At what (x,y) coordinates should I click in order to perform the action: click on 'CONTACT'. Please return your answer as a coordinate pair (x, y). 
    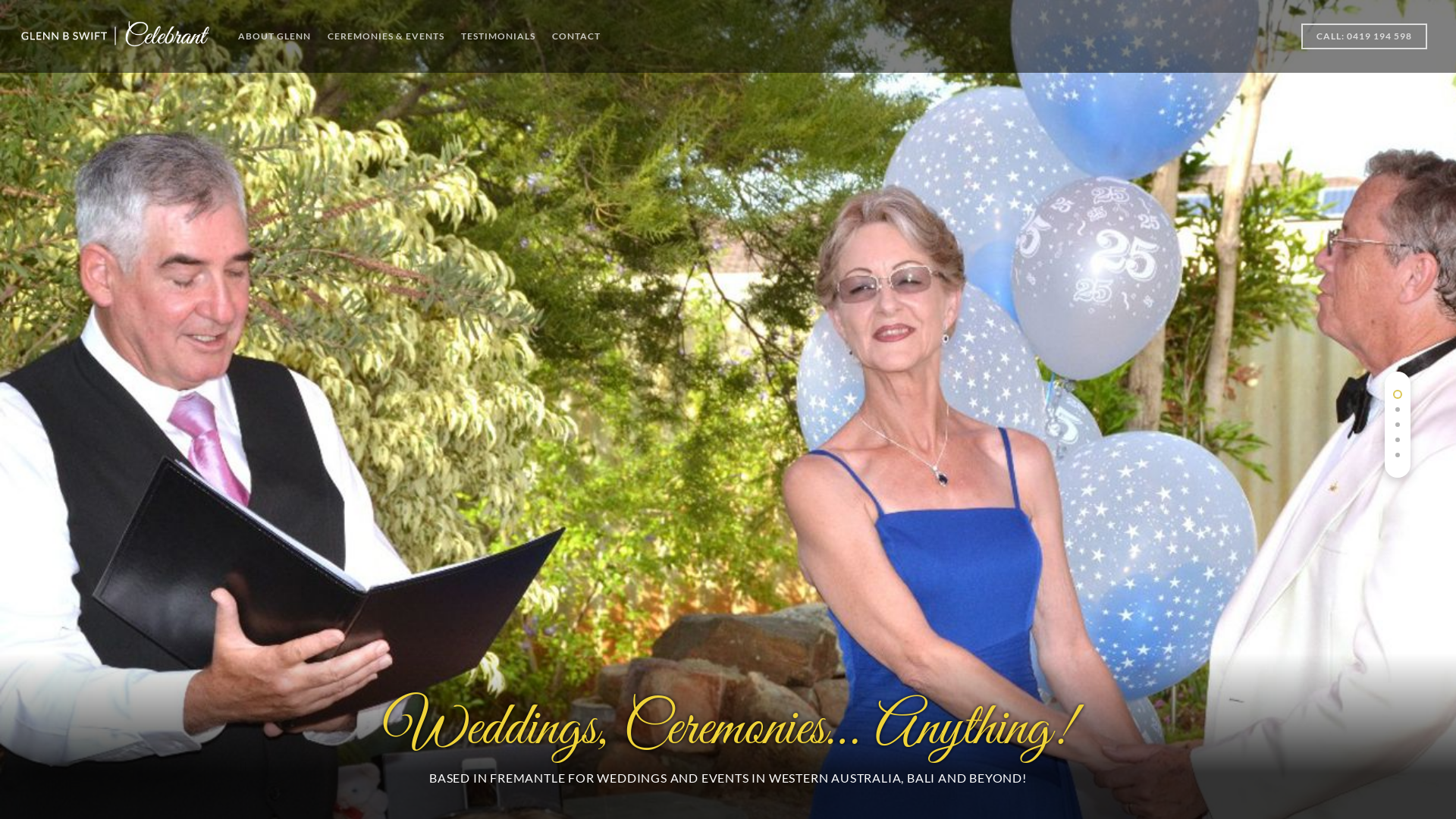
    Looking at the image, I should click on (575, 37).